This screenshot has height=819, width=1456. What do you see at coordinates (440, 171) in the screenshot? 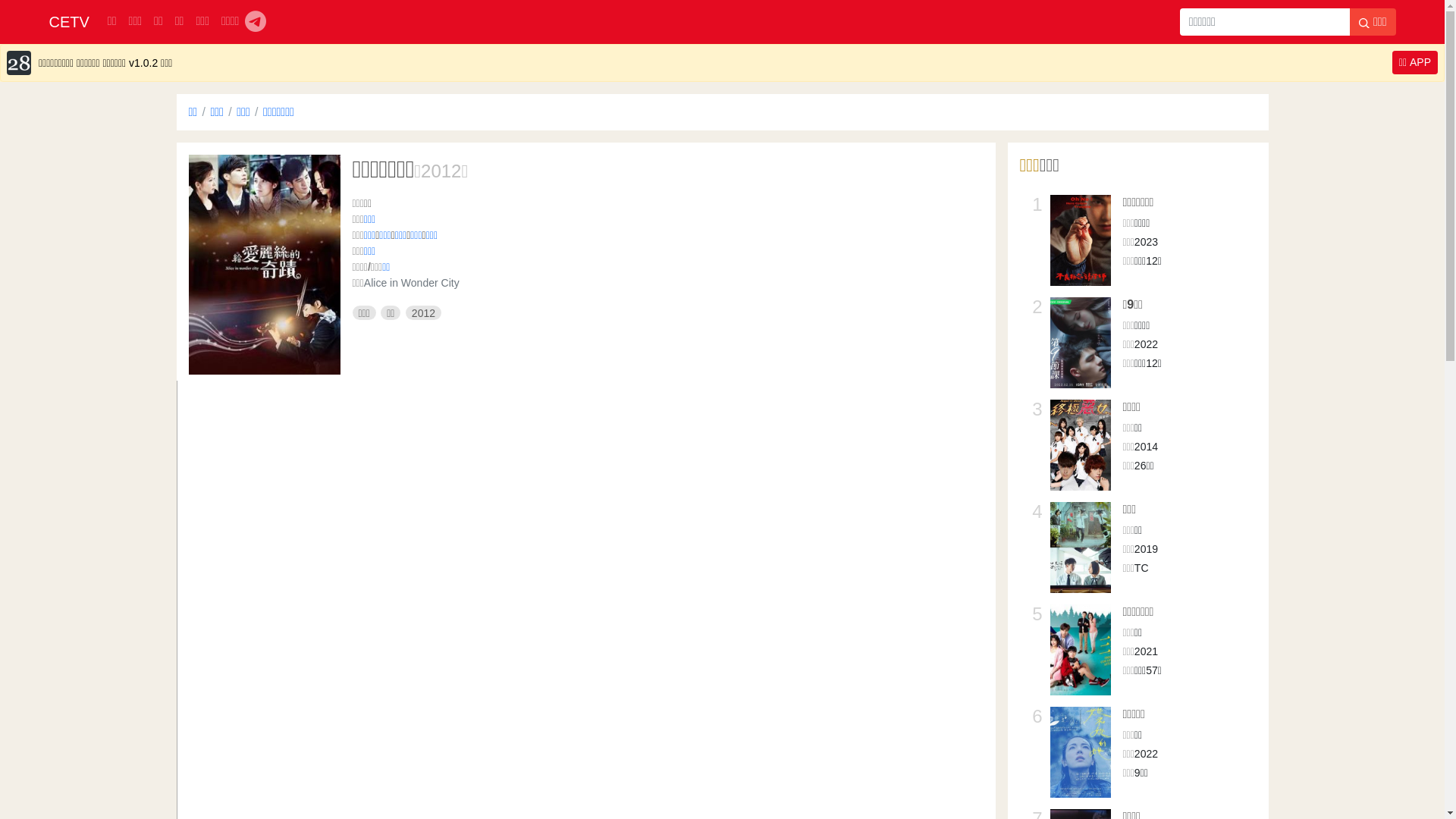
I see `'2012'` at bounding box center [440, 171].